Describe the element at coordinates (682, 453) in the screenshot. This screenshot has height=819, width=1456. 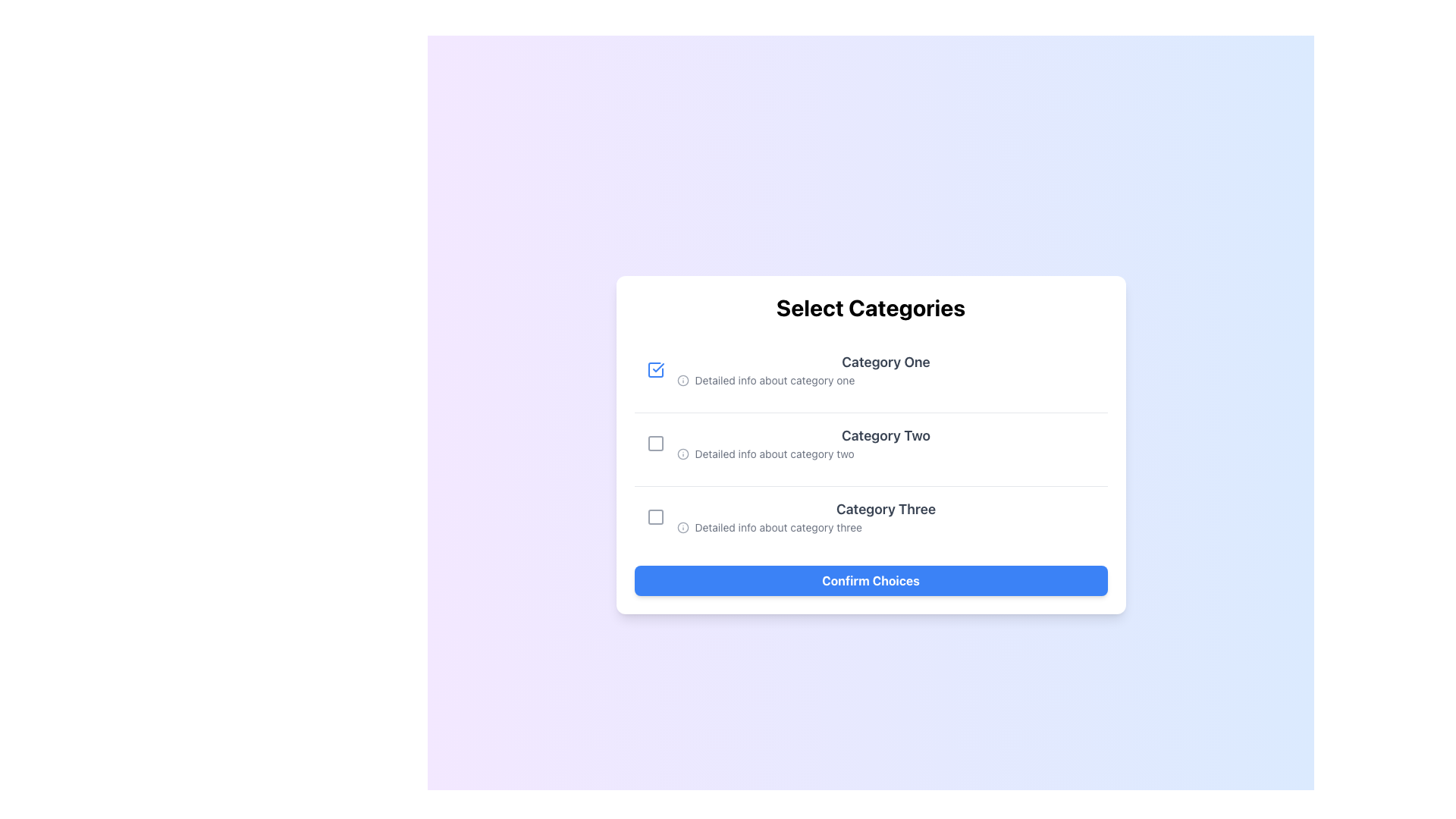
I see `the SVG Circle Element with a gray outline located next to the text 'Detailed info about category two' in the 'Select Categories' dialog box` at that location.